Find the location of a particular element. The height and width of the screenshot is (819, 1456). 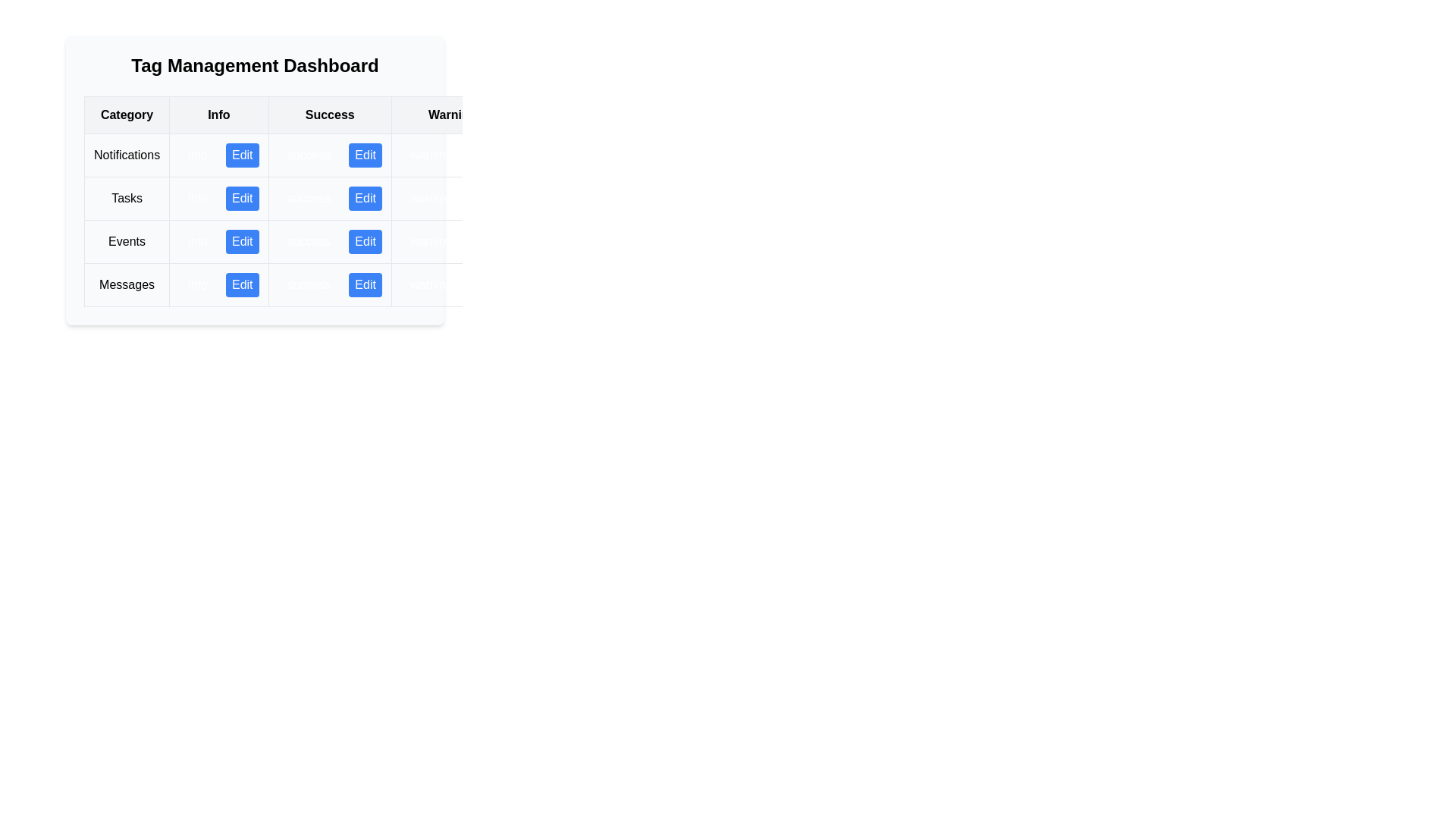

the 'Messages' label in the first column of the table, which is styled with padding and a border, and is the fourth entry under the 'Category' column is located at coordinates (127, 284).